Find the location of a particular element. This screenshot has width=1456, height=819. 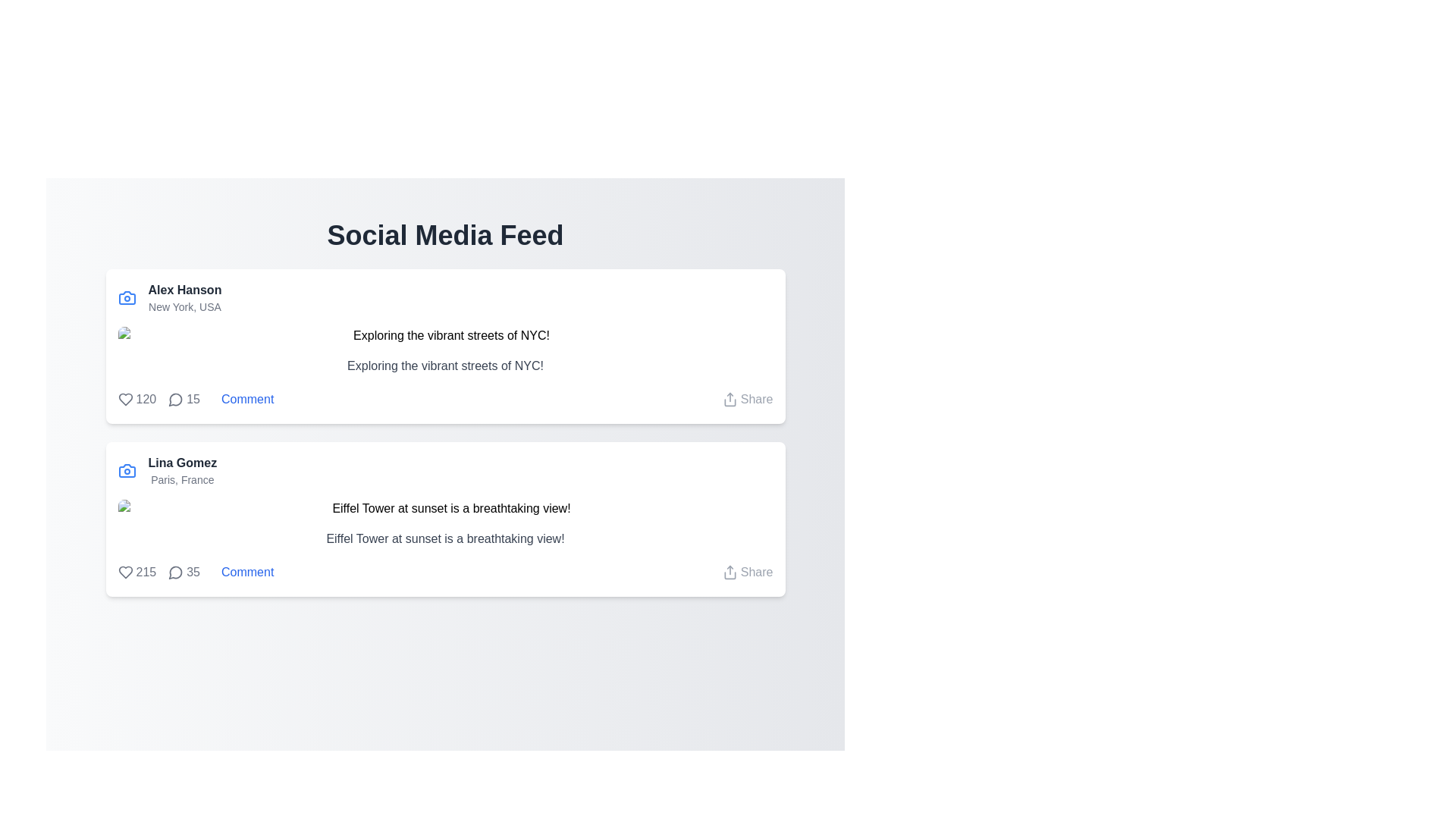

the heart-shaped icon (grey outline) adjacent to the number '215' to like the post from 'Lina Gomez' is located at coordinates (125, 573).